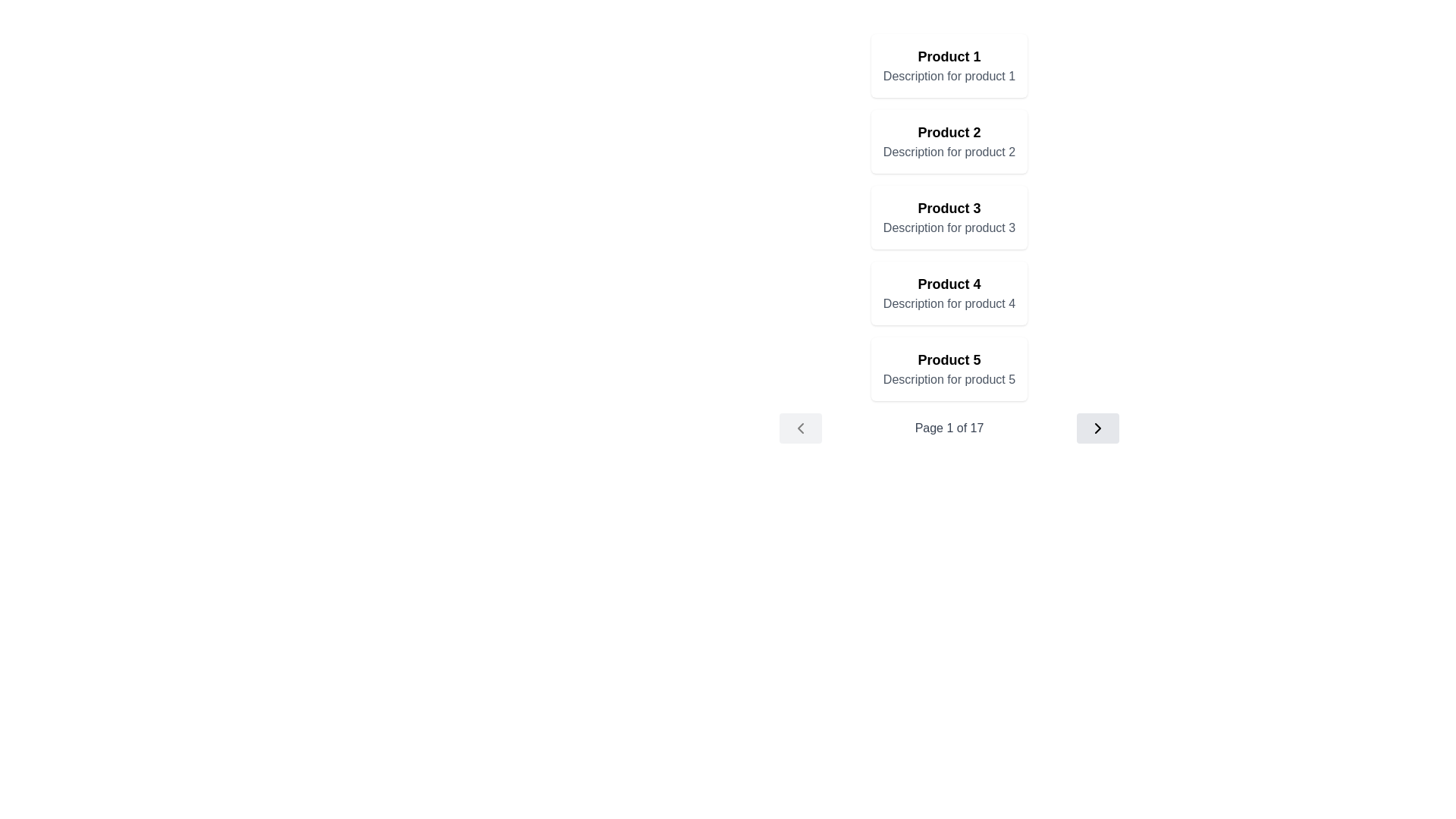  Describe the element at coordinates (949, 304) in the screenshot. I see `the descriptive label` at that location.